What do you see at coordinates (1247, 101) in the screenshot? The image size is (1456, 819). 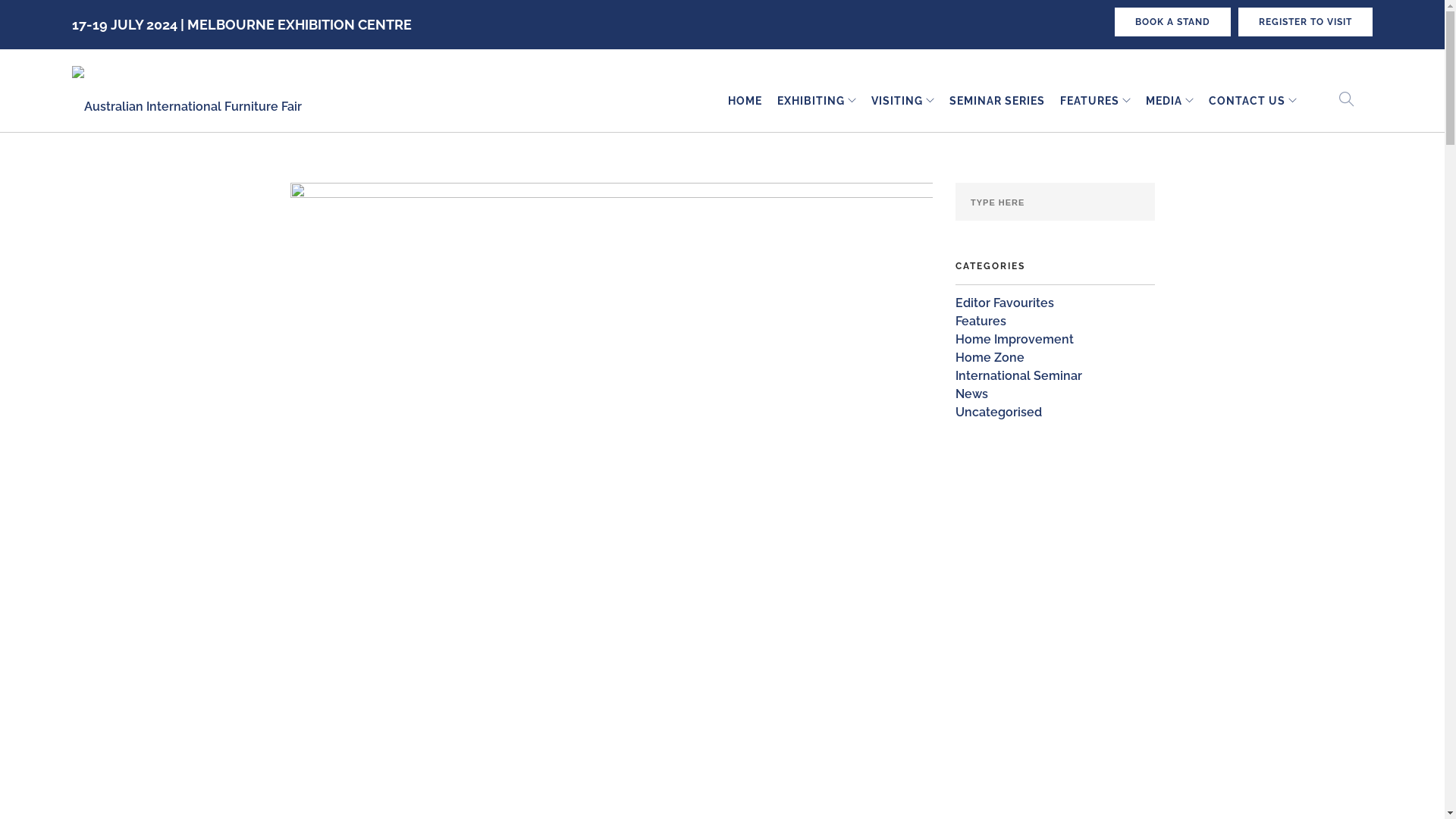 I see `'CONTACT US'` at bounding box center [1247, 101].